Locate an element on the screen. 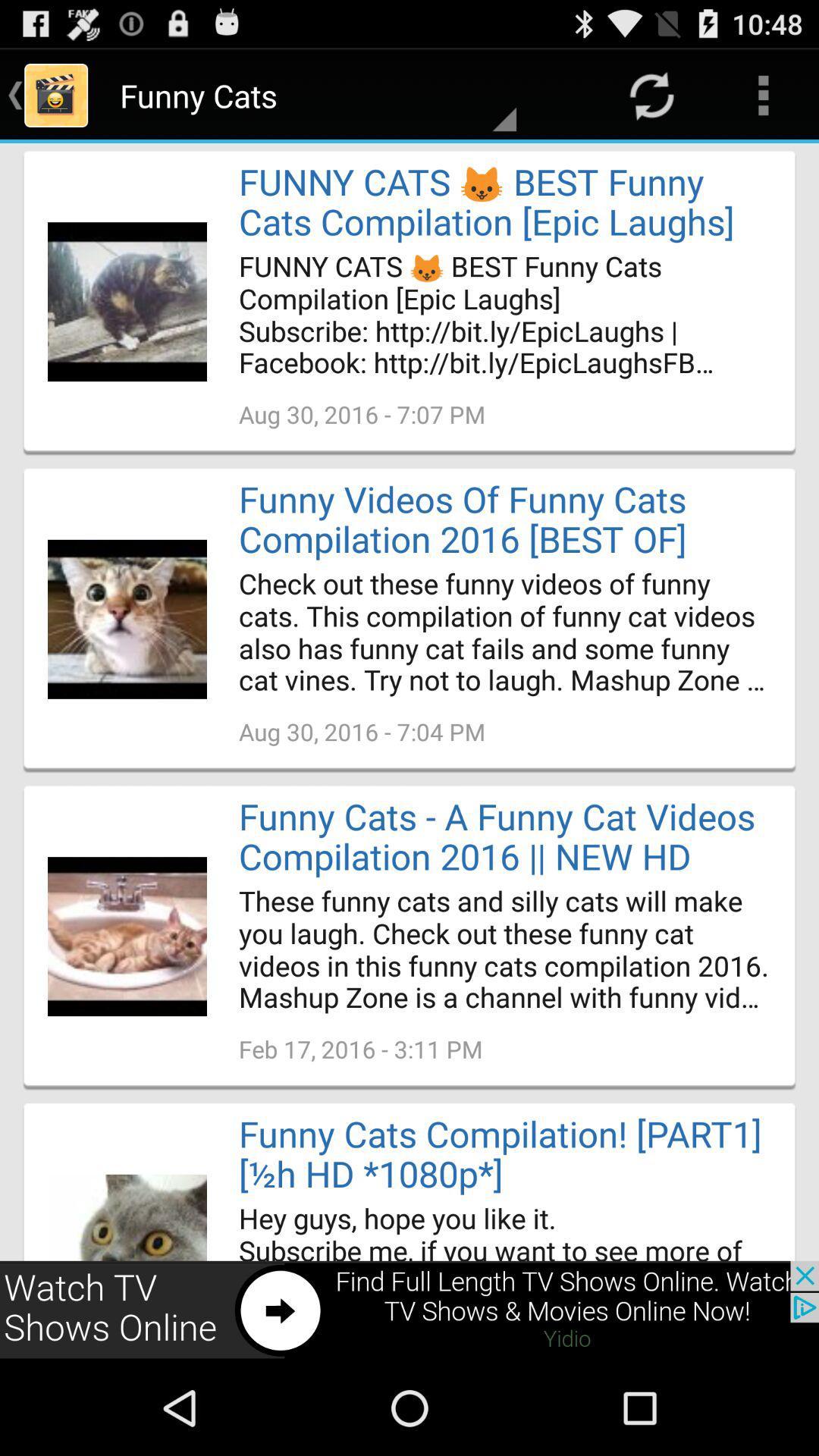 This screenshot has height=1456, width=819. advertisement page is located at coordinates (409, 1310).